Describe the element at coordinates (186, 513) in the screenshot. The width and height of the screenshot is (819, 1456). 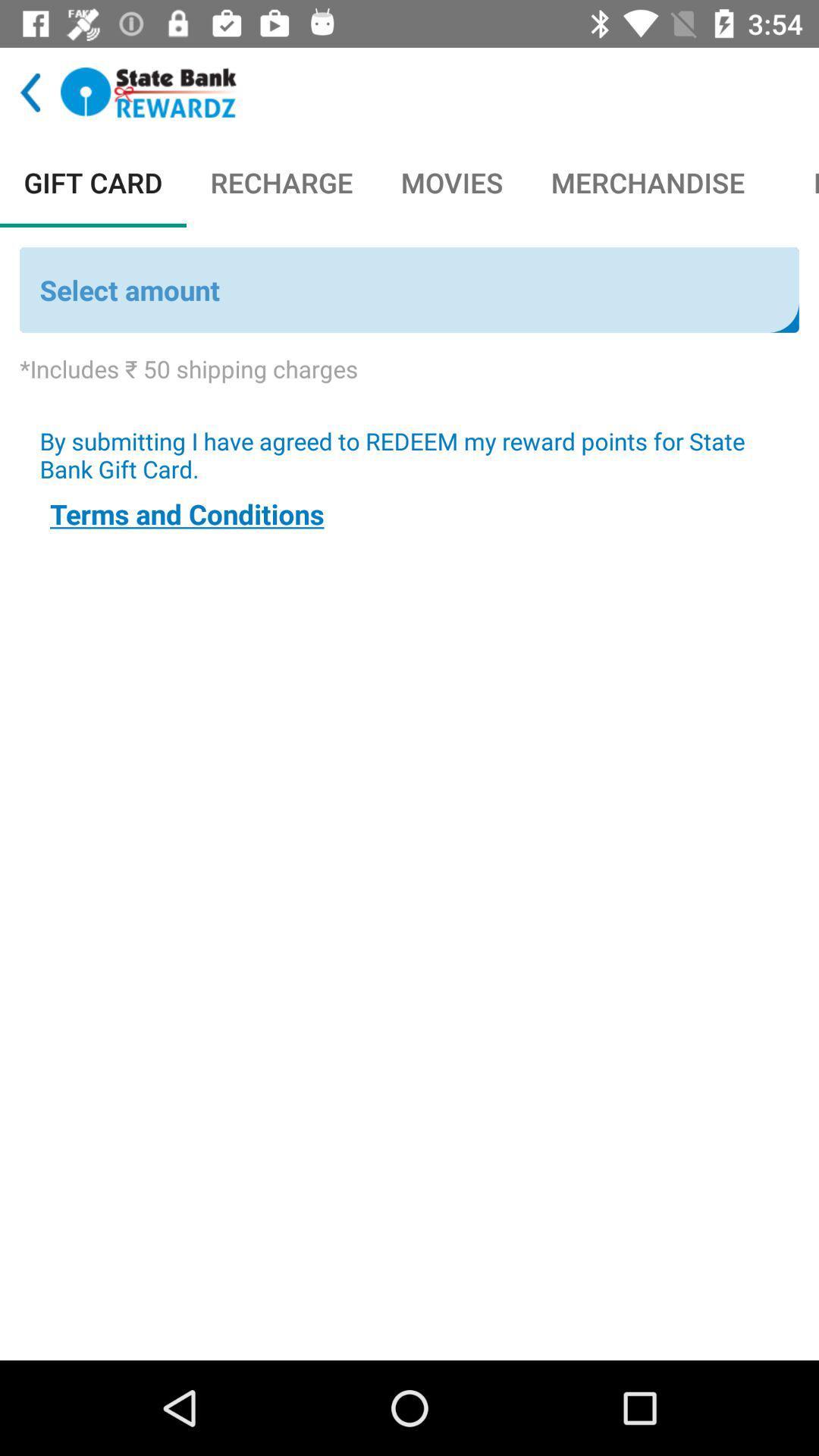
I see `the item on the left` at that location.